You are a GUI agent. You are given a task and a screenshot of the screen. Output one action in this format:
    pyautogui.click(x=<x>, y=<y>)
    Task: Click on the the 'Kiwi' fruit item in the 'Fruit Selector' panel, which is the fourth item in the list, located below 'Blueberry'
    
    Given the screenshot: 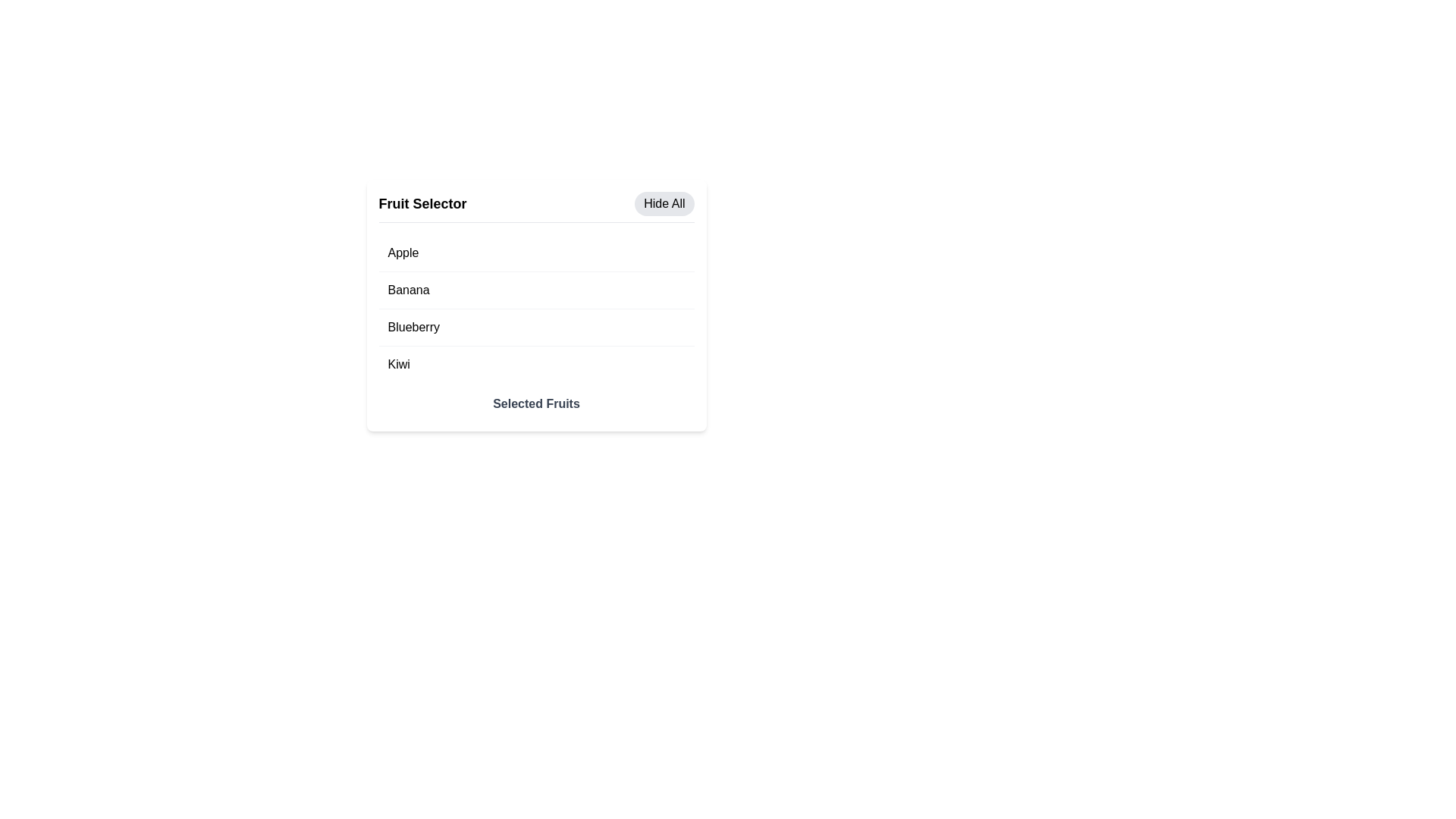 What is the action you would take?
    pyautogui.click(x=536, y=364)
    